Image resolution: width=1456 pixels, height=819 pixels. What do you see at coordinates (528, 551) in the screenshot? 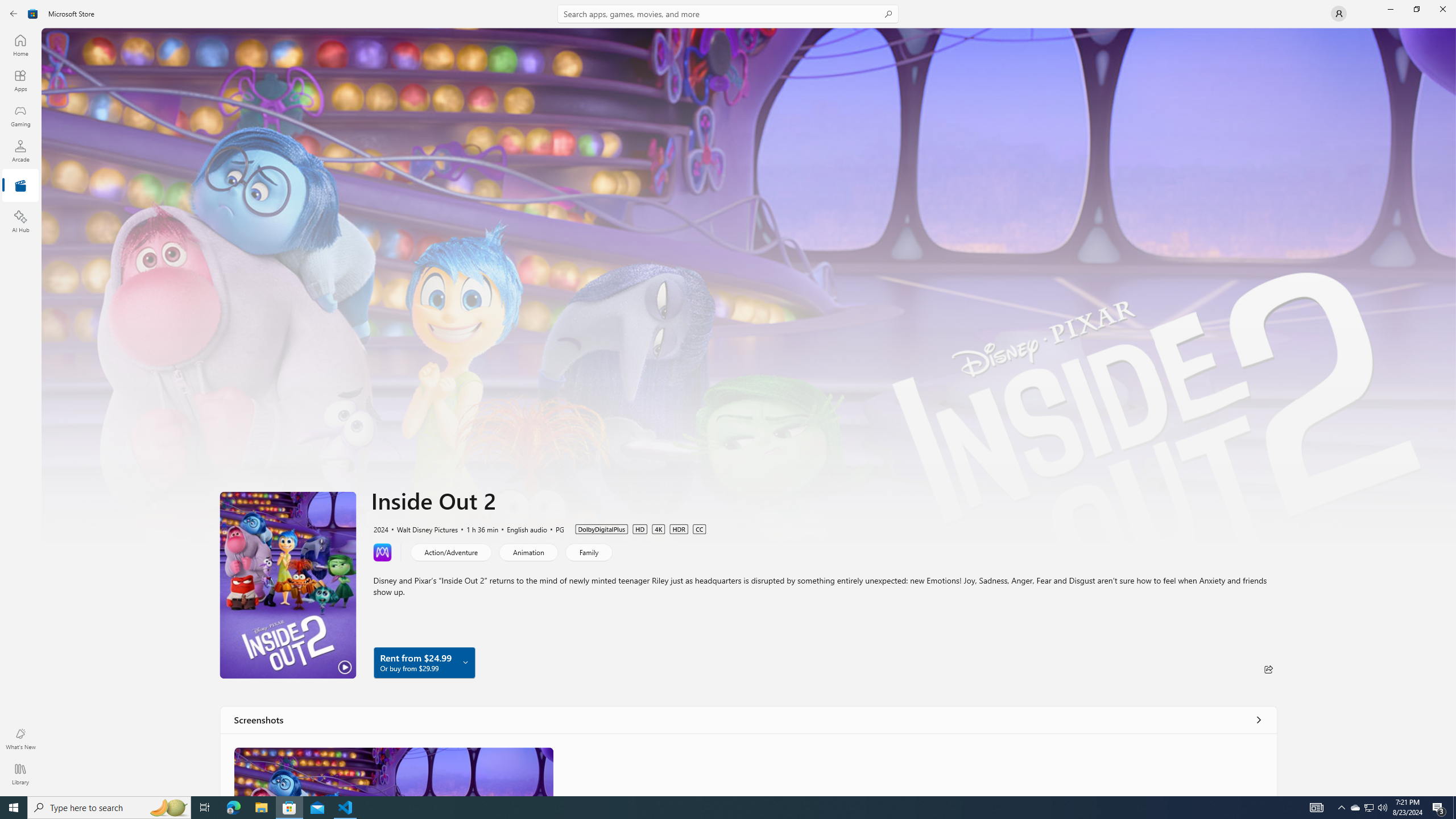
I see `'Animation'` at bounding box center [528, 551].